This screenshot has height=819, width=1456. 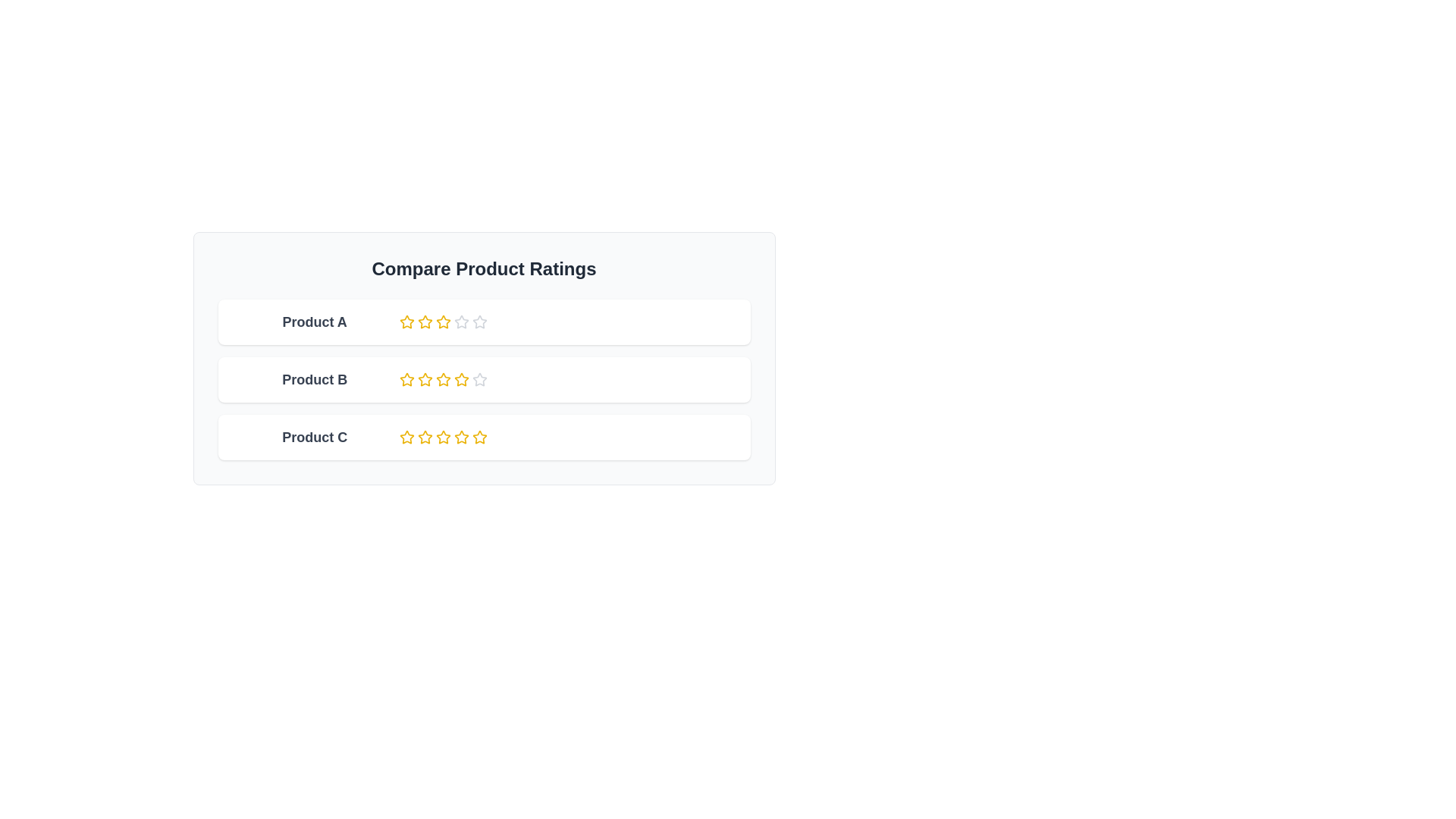 I want to click on the third star-shaped rating icon in the second row associated with 'Product B' to rate it, so click(x=425, y=378).